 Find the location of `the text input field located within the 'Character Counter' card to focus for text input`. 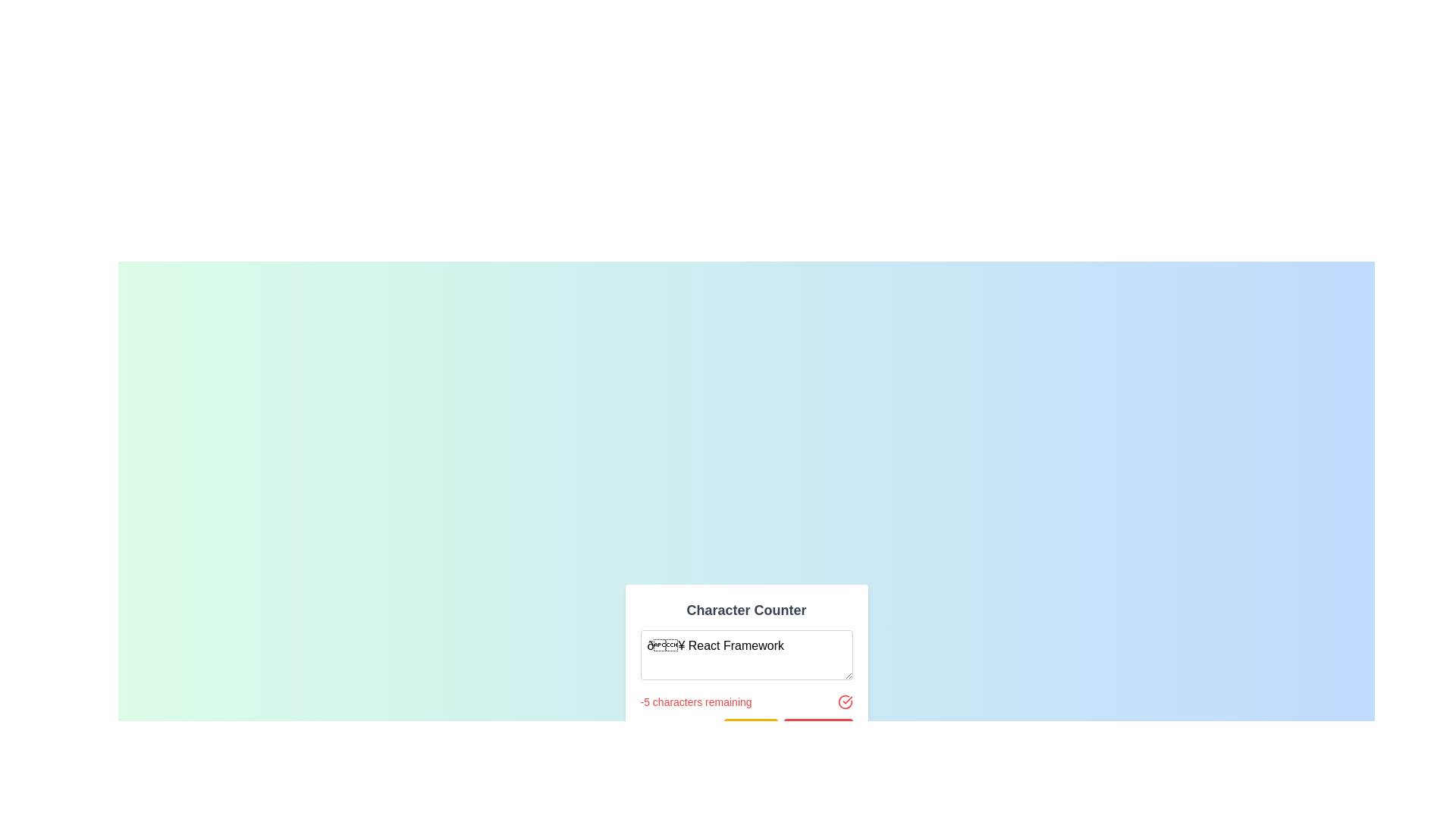

the text input field located within the 'Character Counter' card to focus for text input is located at coordinates (746, 654).